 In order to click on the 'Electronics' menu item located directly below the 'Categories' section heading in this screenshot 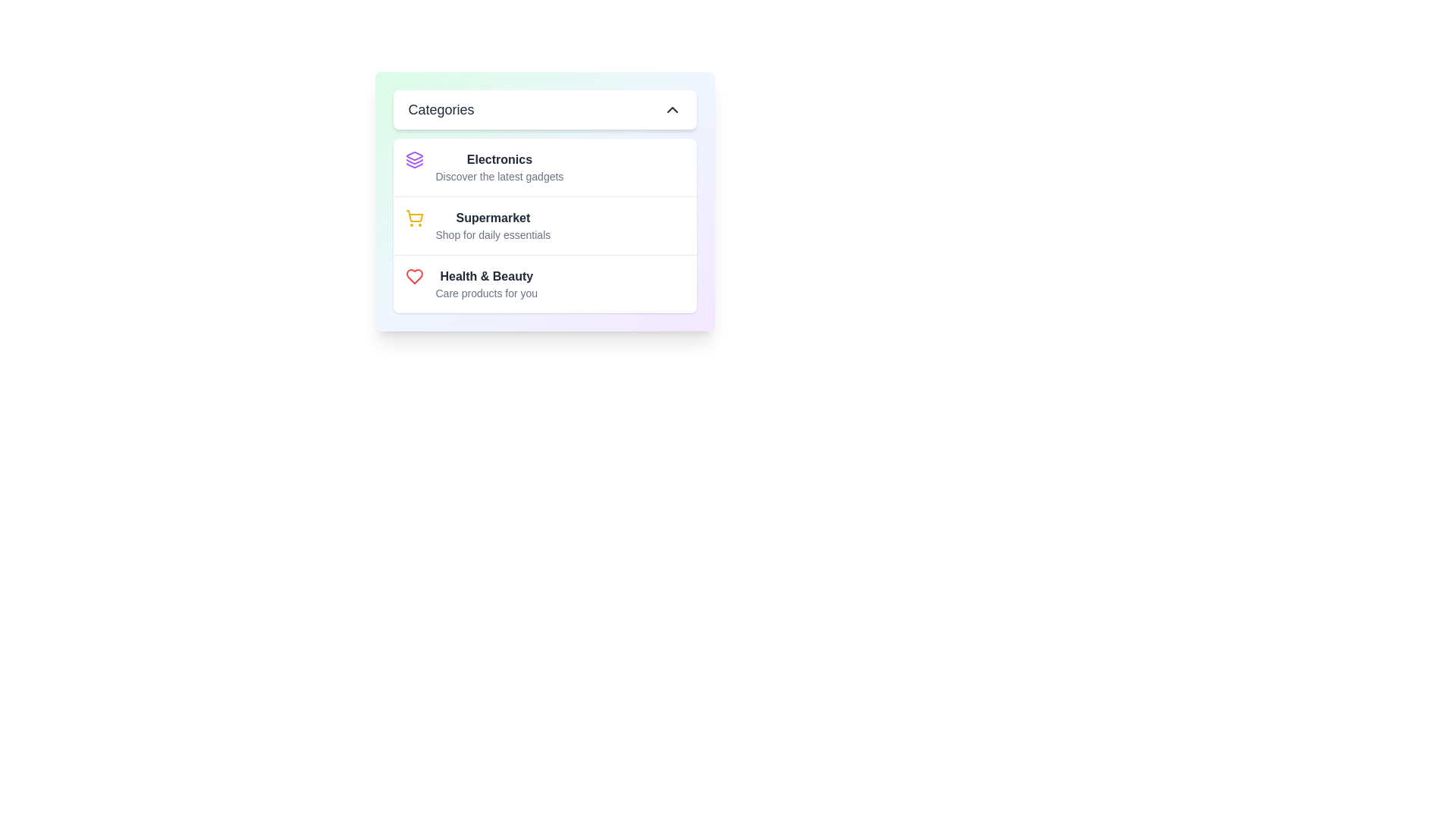, I will do `click(544, 167)`.